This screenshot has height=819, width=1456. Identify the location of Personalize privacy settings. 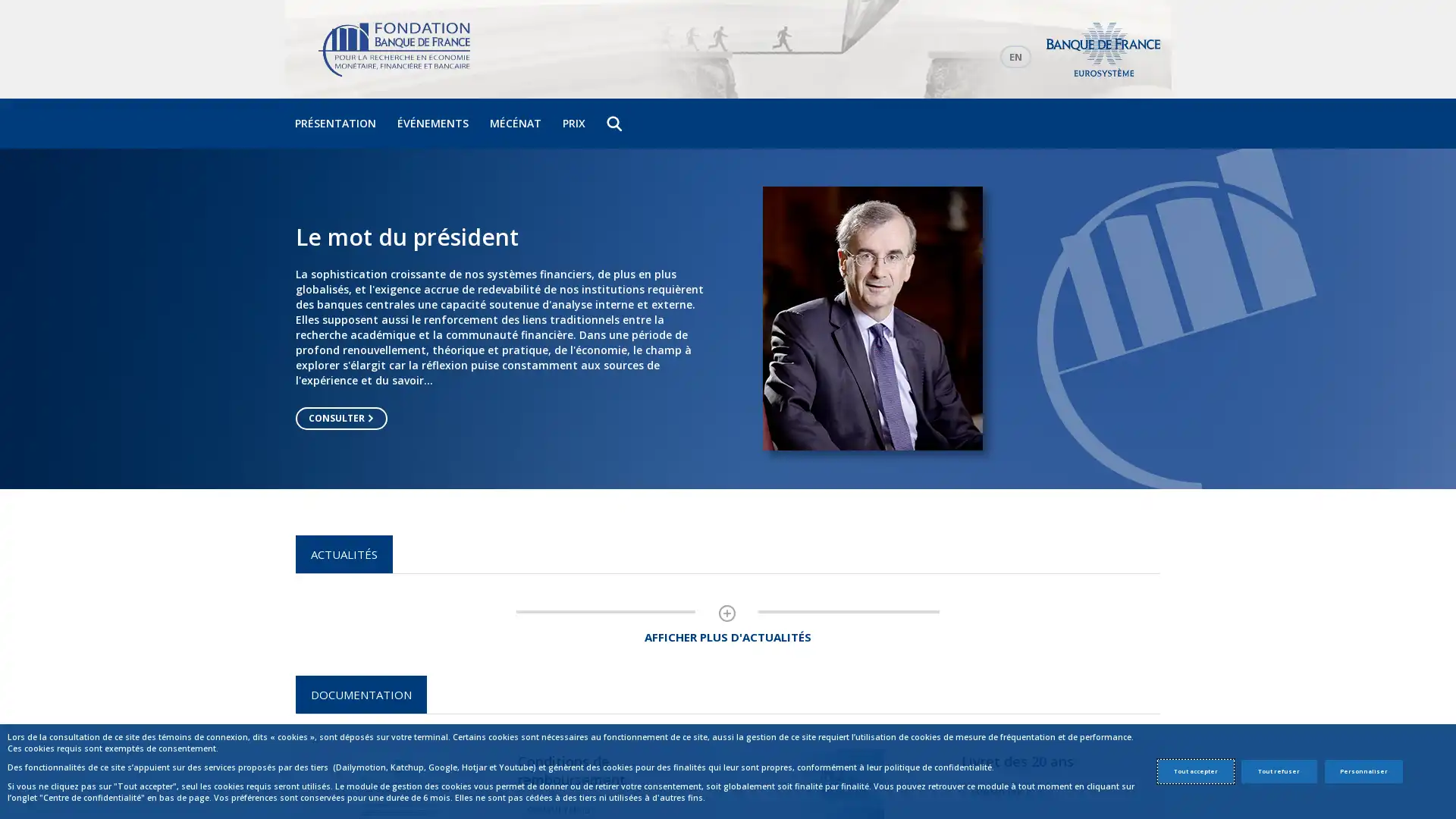
(1363, 771).